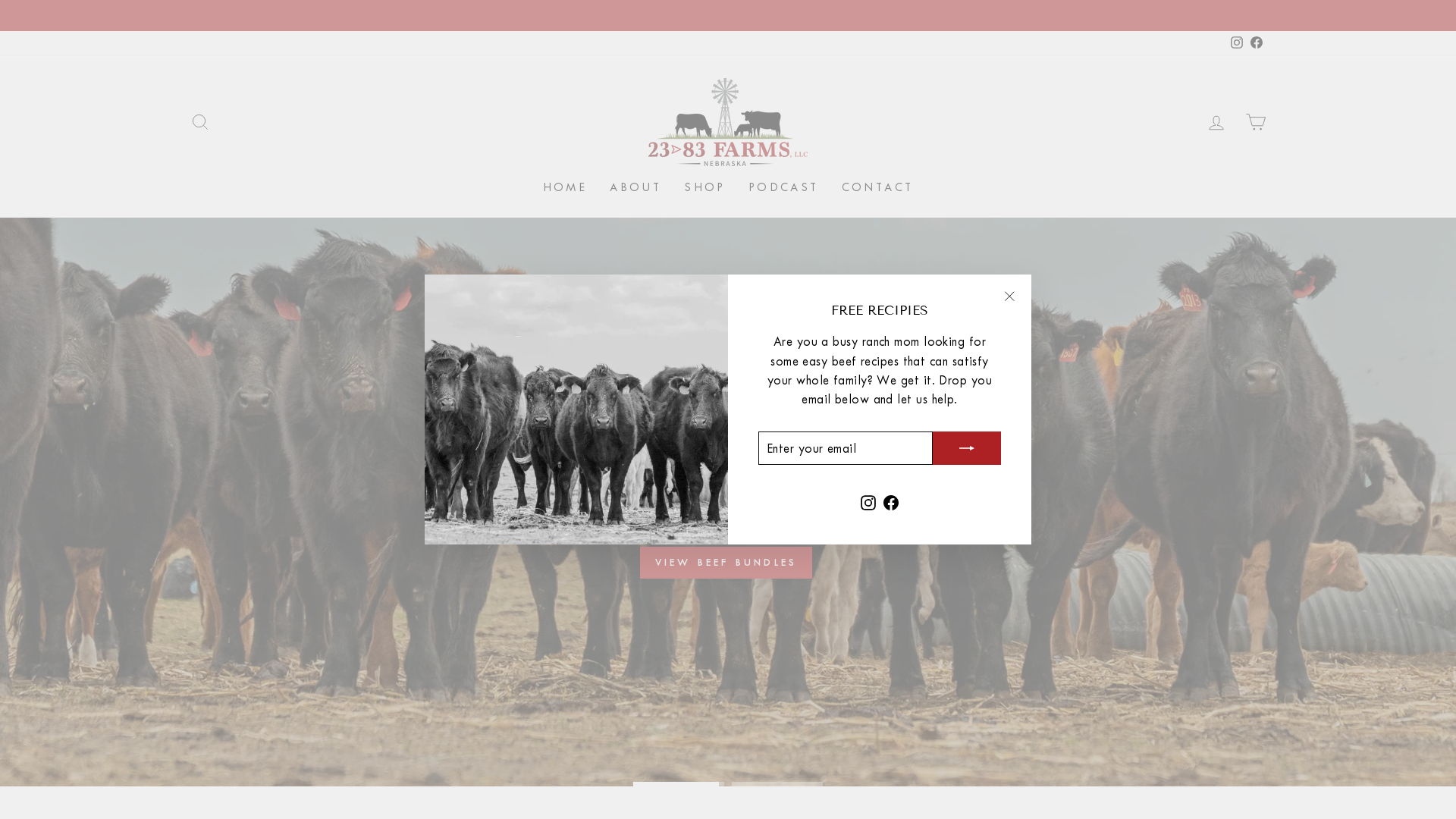 Image resolution: width=1456 pixels, height=819 pixels. I want to click on 'Facebook', so click(1256, 42).